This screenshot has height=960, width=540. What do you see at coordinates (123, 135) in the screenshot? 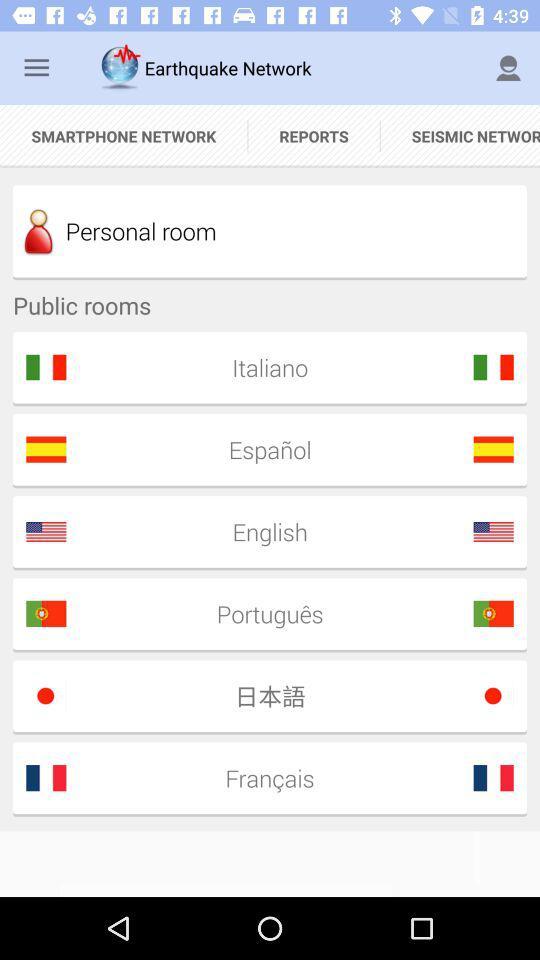
I see `smartphone network icon` at bounding box center [123, 135].